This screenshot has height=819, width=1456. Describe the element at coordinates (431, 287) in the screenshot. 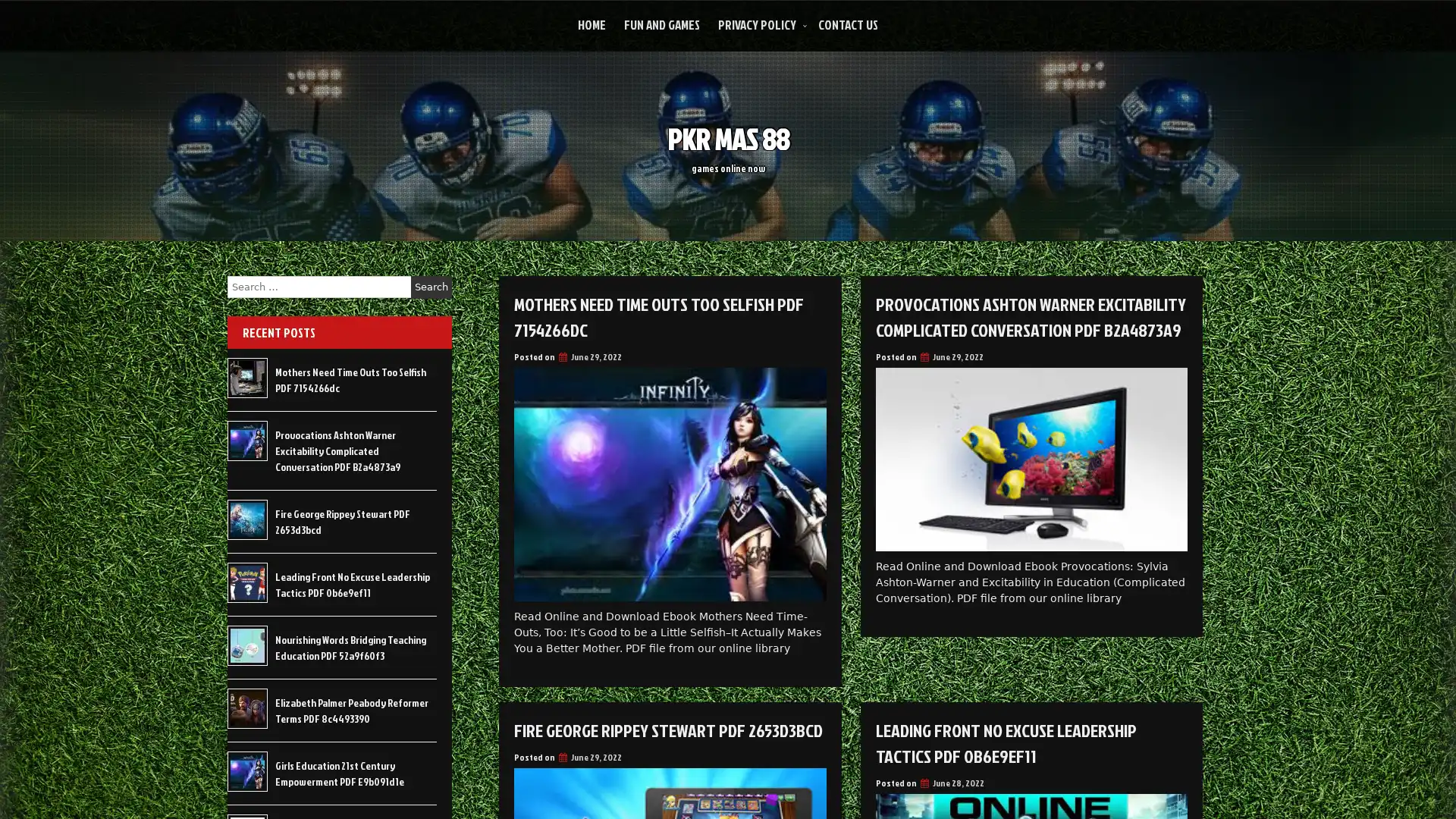

I see `Search` at that location.